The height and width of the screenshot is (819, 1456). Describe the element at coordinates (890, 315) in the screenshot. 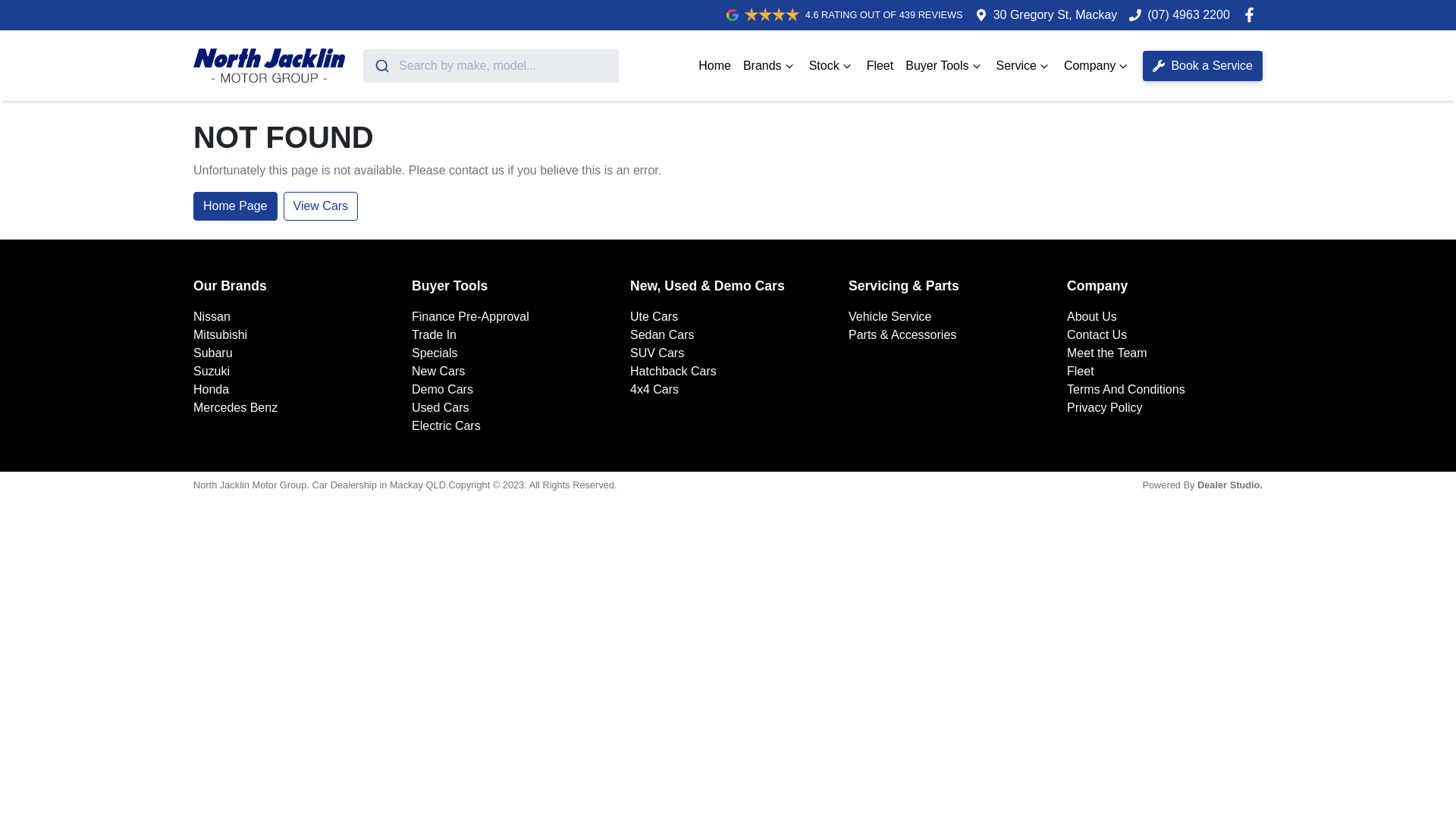

I see `'Vehicle Service'` at that location.